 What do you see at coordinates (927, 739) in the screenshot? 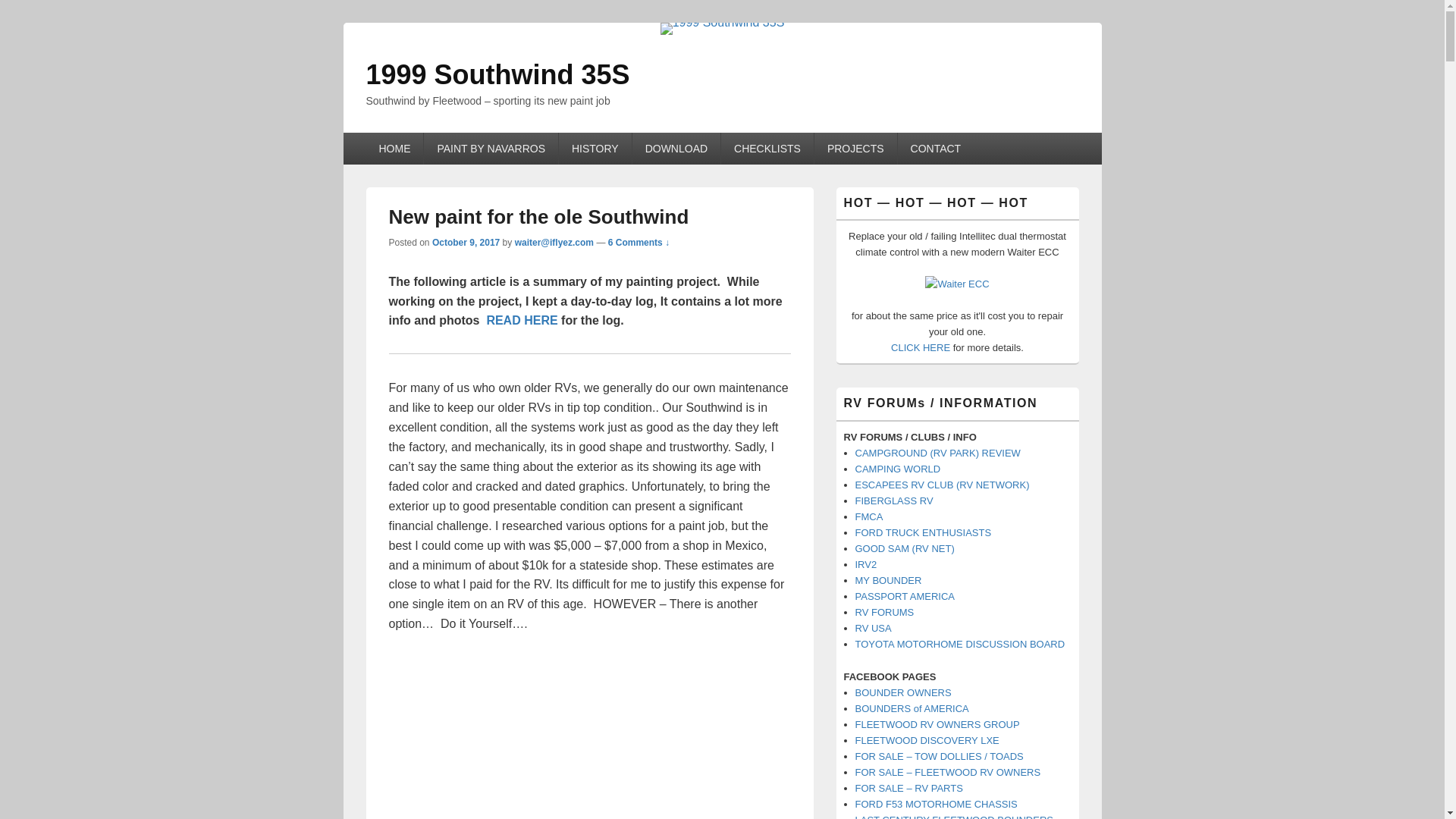
I see `'FLEETWOOD DISCOVERY LXE'` at bounding box center [927, 739].